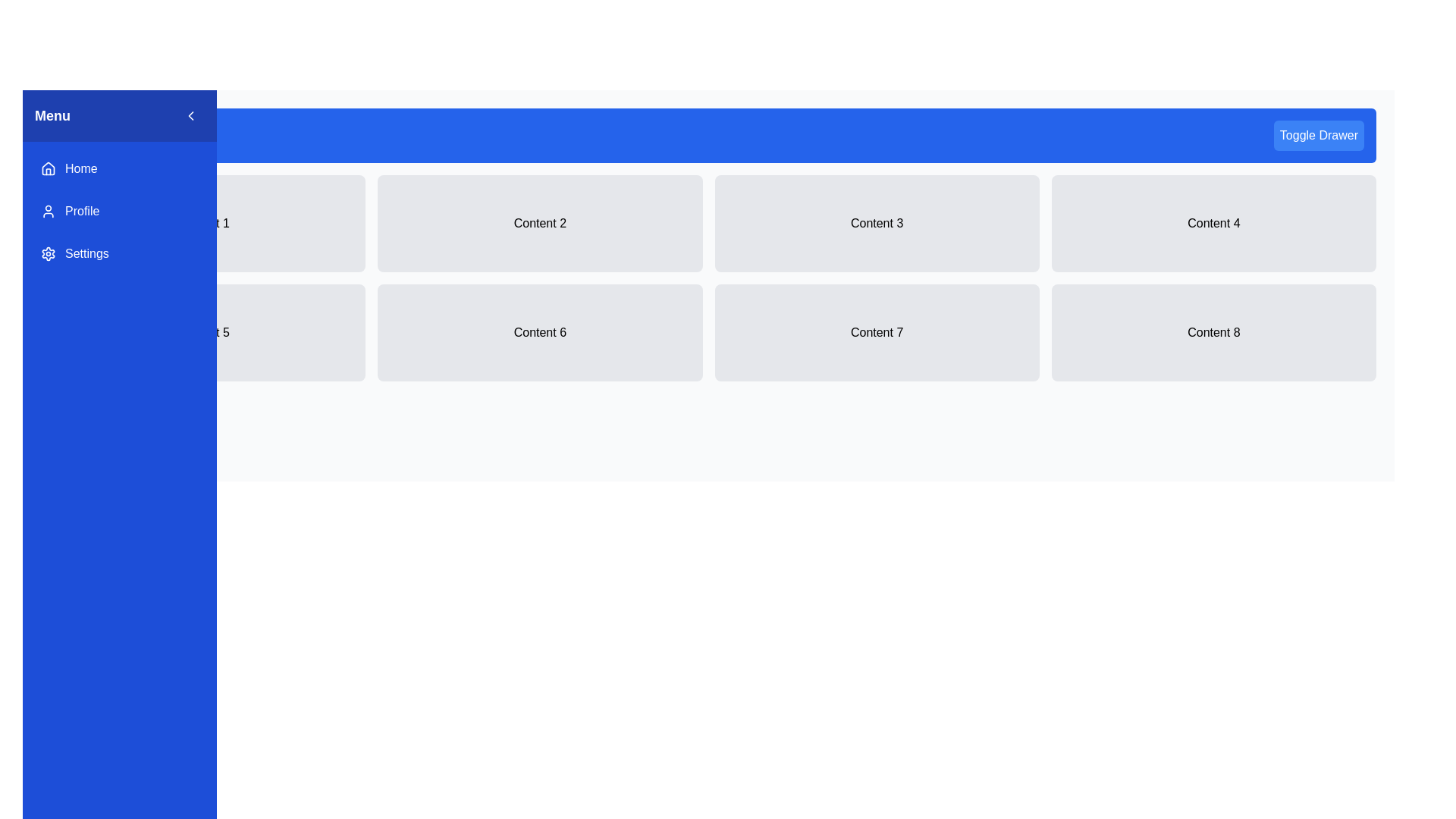  Describe the element at coordinates (48, 211) in the screenshot. I see `the 'Profile' icon located to the left of the 'Profile' label in the vertical navigation menu` at that location.